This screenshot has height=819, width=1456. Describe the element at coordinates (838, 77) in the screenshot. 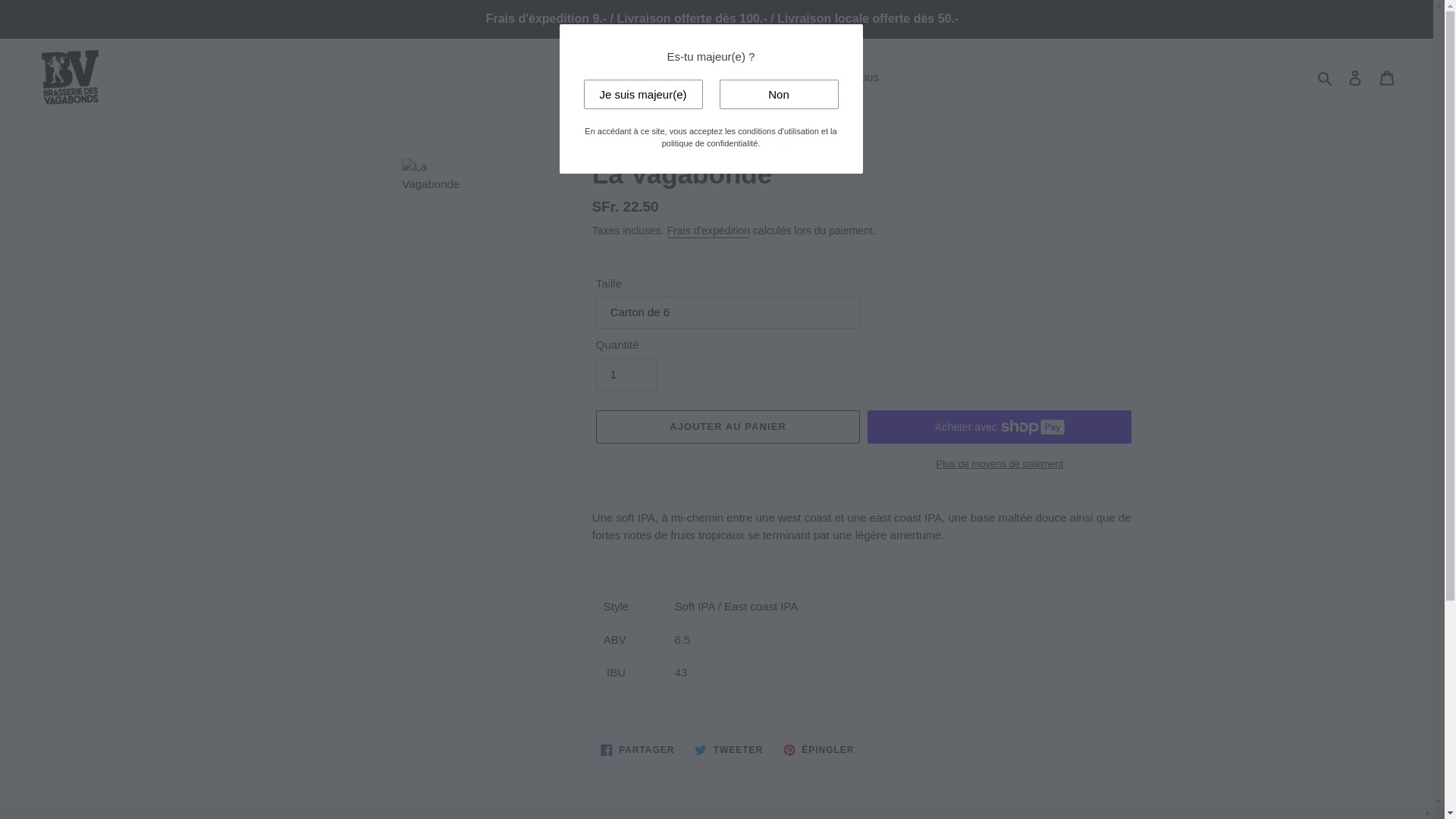

I see `'Contactez-nous'` at that location.